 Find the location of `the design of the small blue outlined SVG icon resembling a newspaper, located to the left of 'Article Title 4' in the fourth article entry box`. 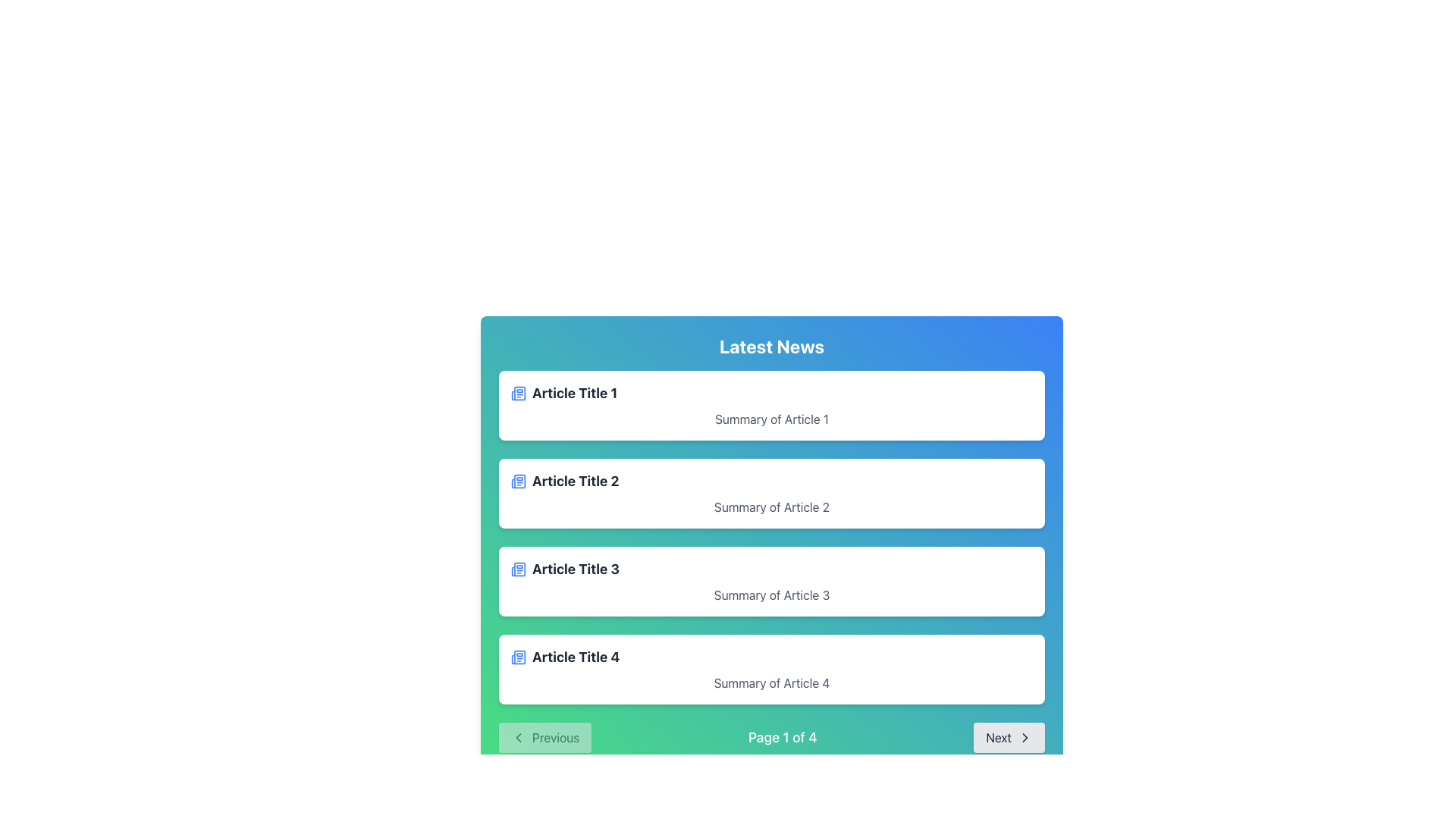

the design of the small blue outlined SVG icon resembling a newspaper, located to the left of 'Article Title 4' in the fourth article entry box is located at coordinates (519, 657).